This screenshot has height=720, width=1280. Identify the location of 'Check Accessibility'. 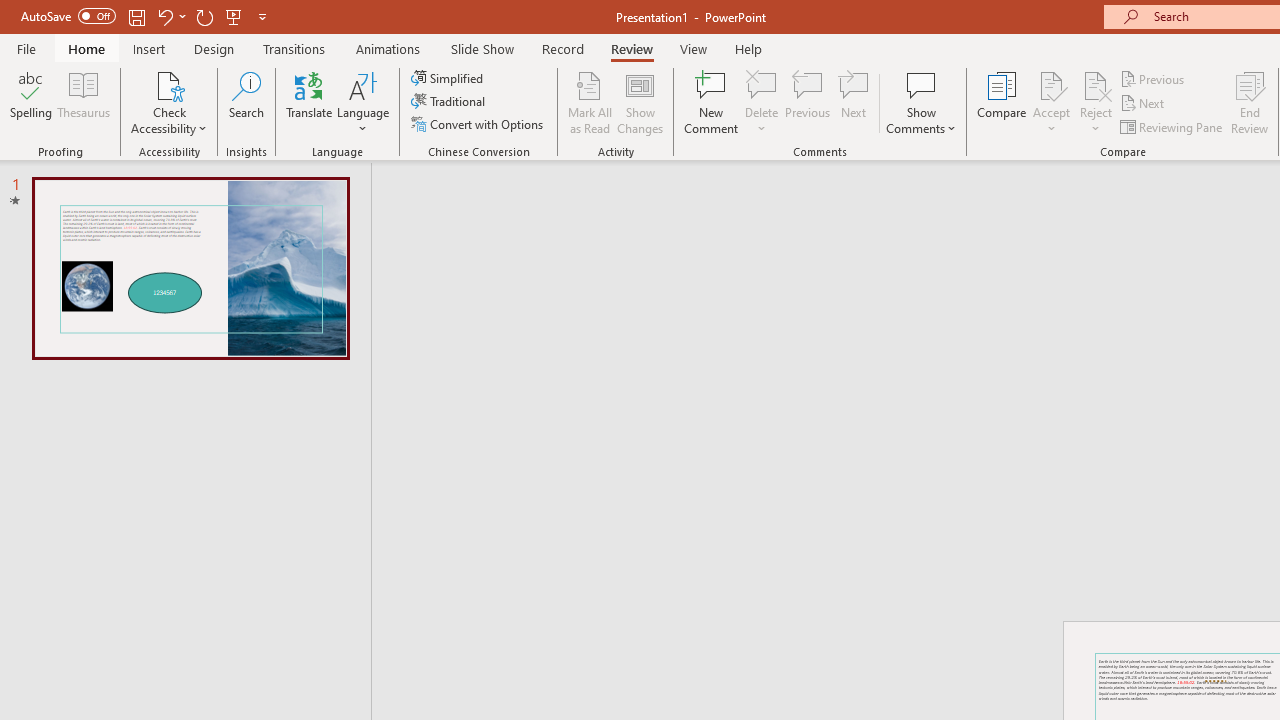
(169, 84).